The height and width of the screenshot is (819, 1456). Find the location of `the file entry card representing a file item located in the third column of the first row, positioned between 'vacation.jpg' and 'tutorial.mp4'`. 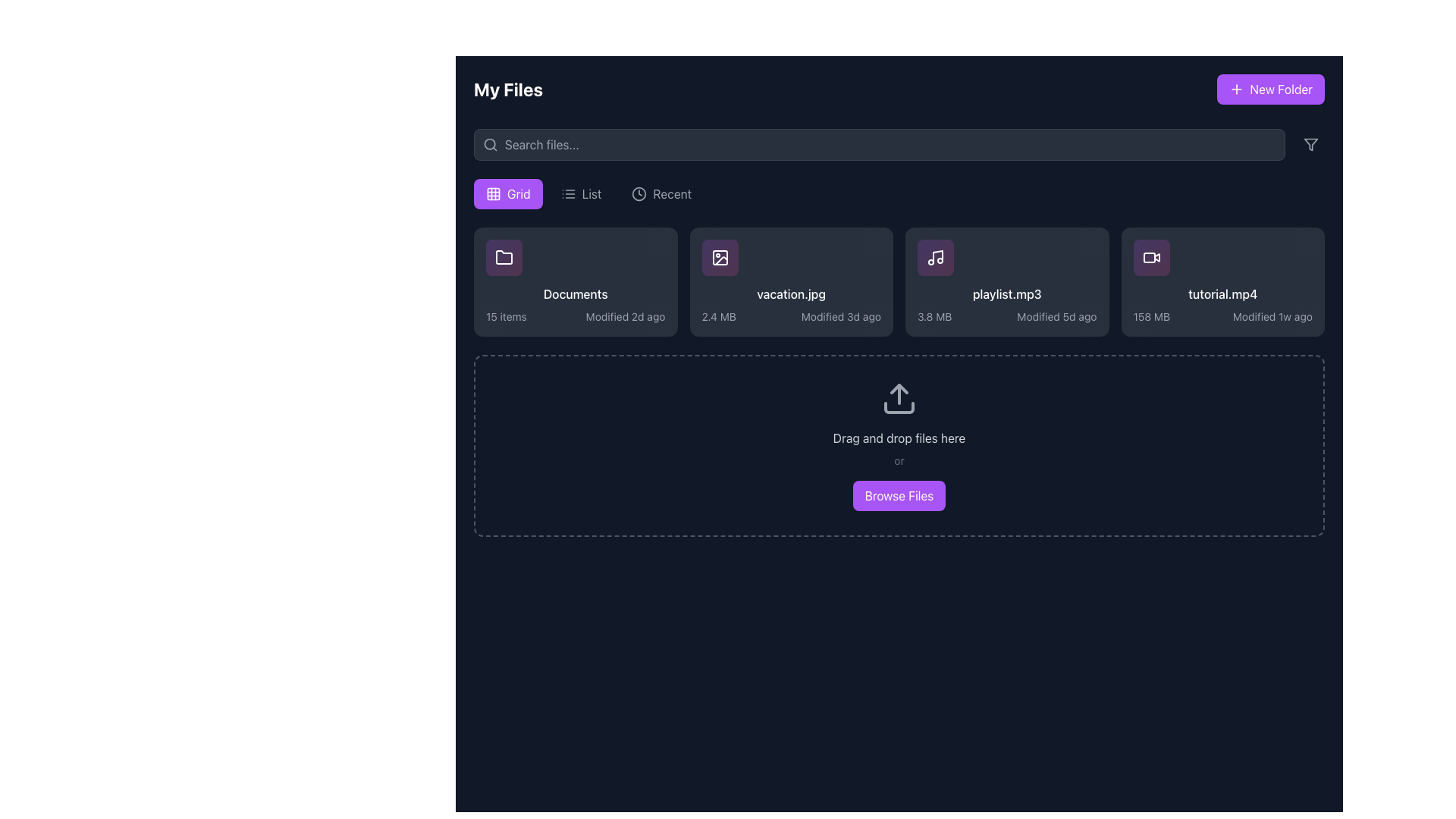

the file entry card representing a file item located in the third column of the first row, positioned between 'vacation.jpg' and 'tutorial.mp4' is located at coordinates (1007, 281).